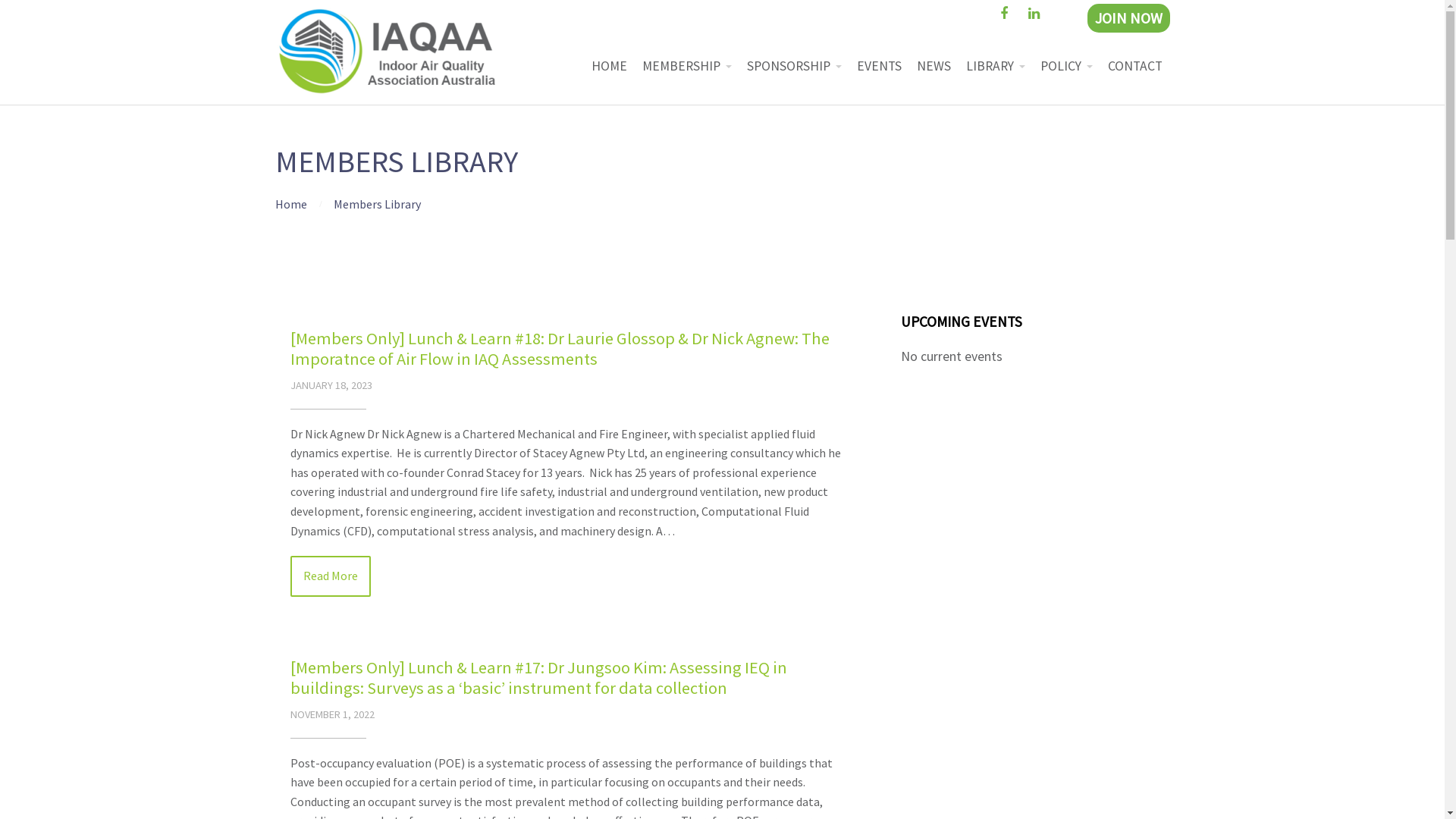 This screenshot has width=1456, height=819. Describe the element at coordinates (377, 203) in the screenshot. I see `'Members Library'` at that location.